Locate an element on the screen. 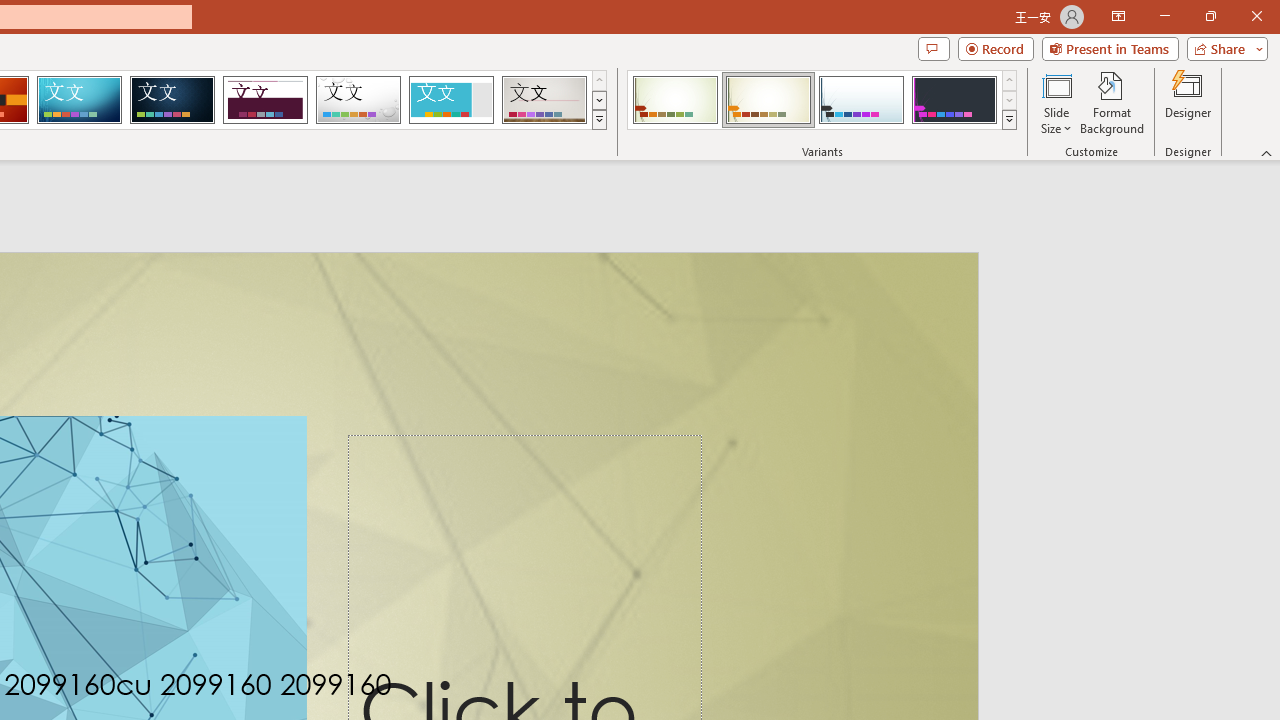  'Variants' is located at coordinates (1009, 120).